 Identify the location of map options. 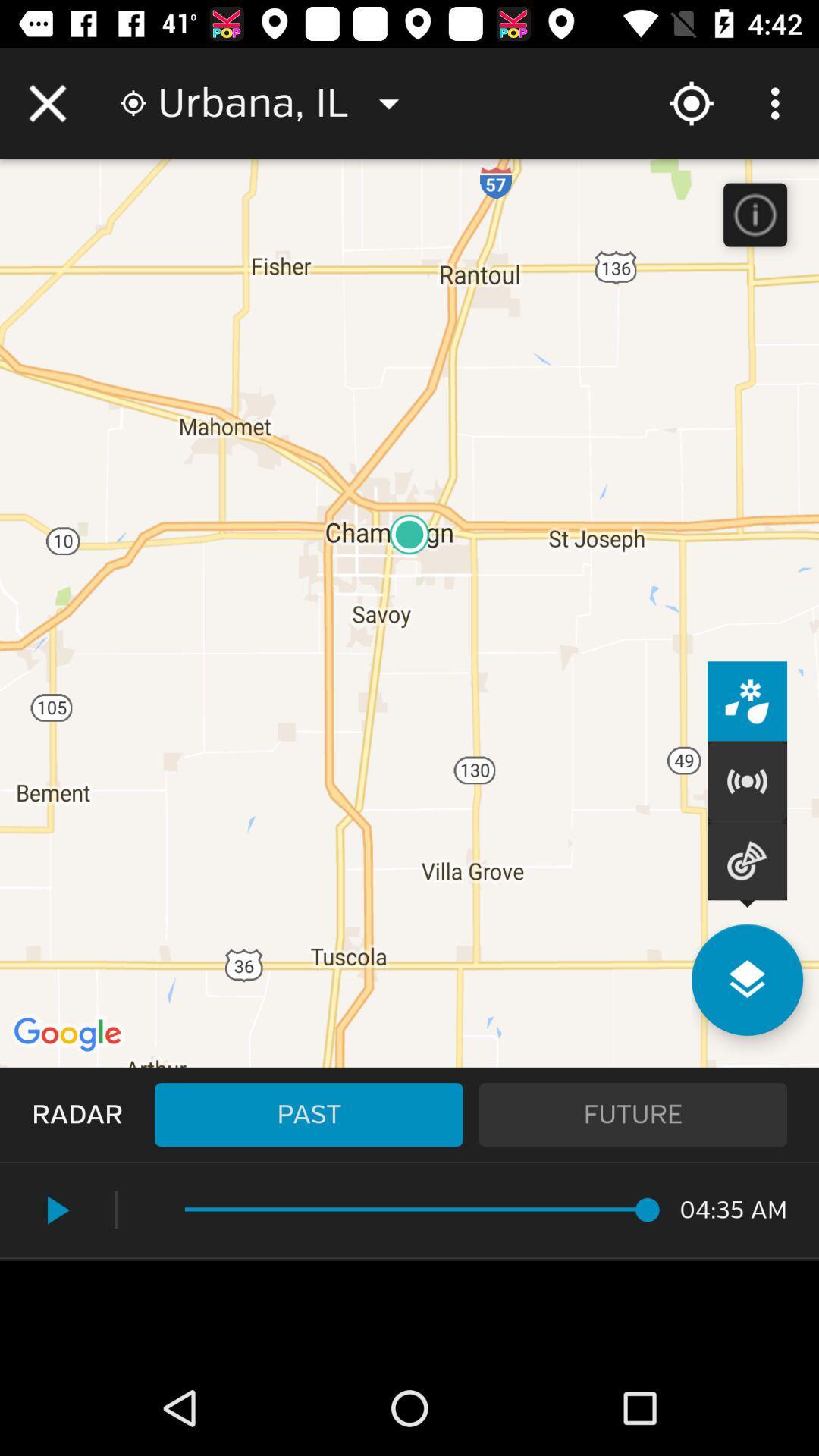
(746, 980).